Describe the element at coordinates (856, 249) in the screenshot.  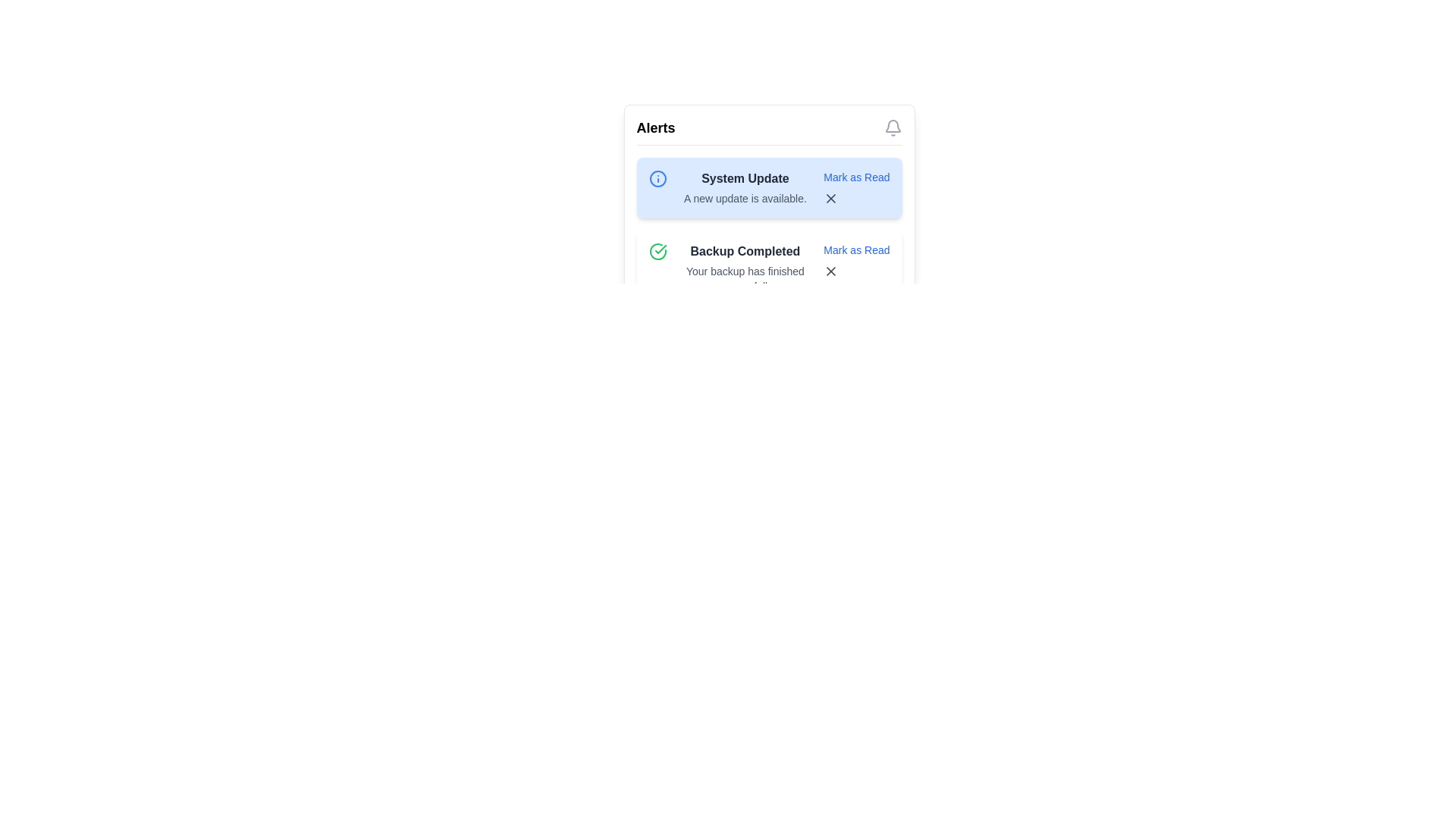
I see `the text button labeled 'Mark as Read' associated with the notification 'Backup Completed'` at that location.